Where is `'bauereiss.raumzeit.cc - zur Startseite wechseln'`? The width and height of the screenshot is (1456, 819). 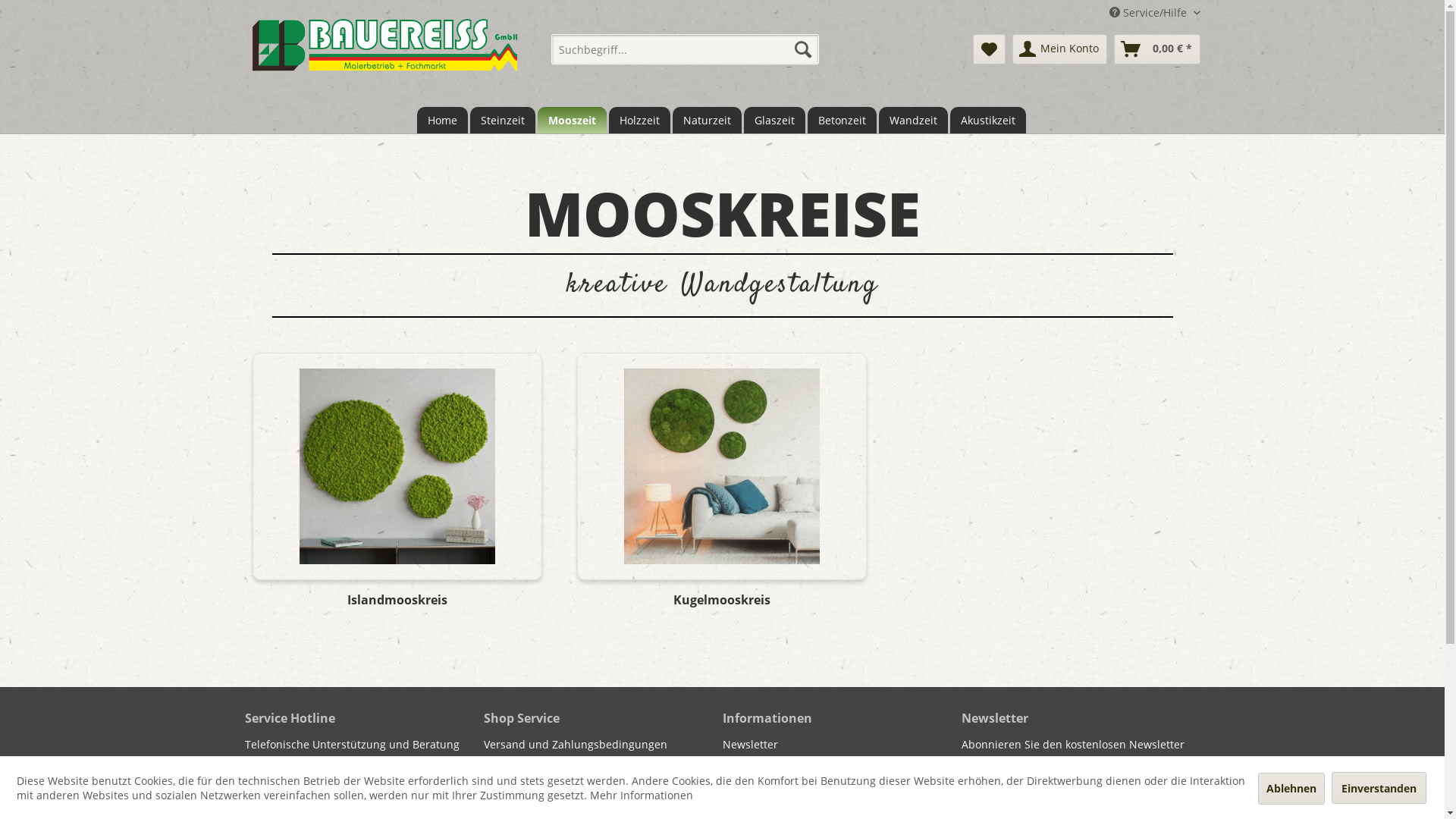
'bauereiss.raumzeit.cc - zur Startseite wechseln' is located at coordinates (384, 55).